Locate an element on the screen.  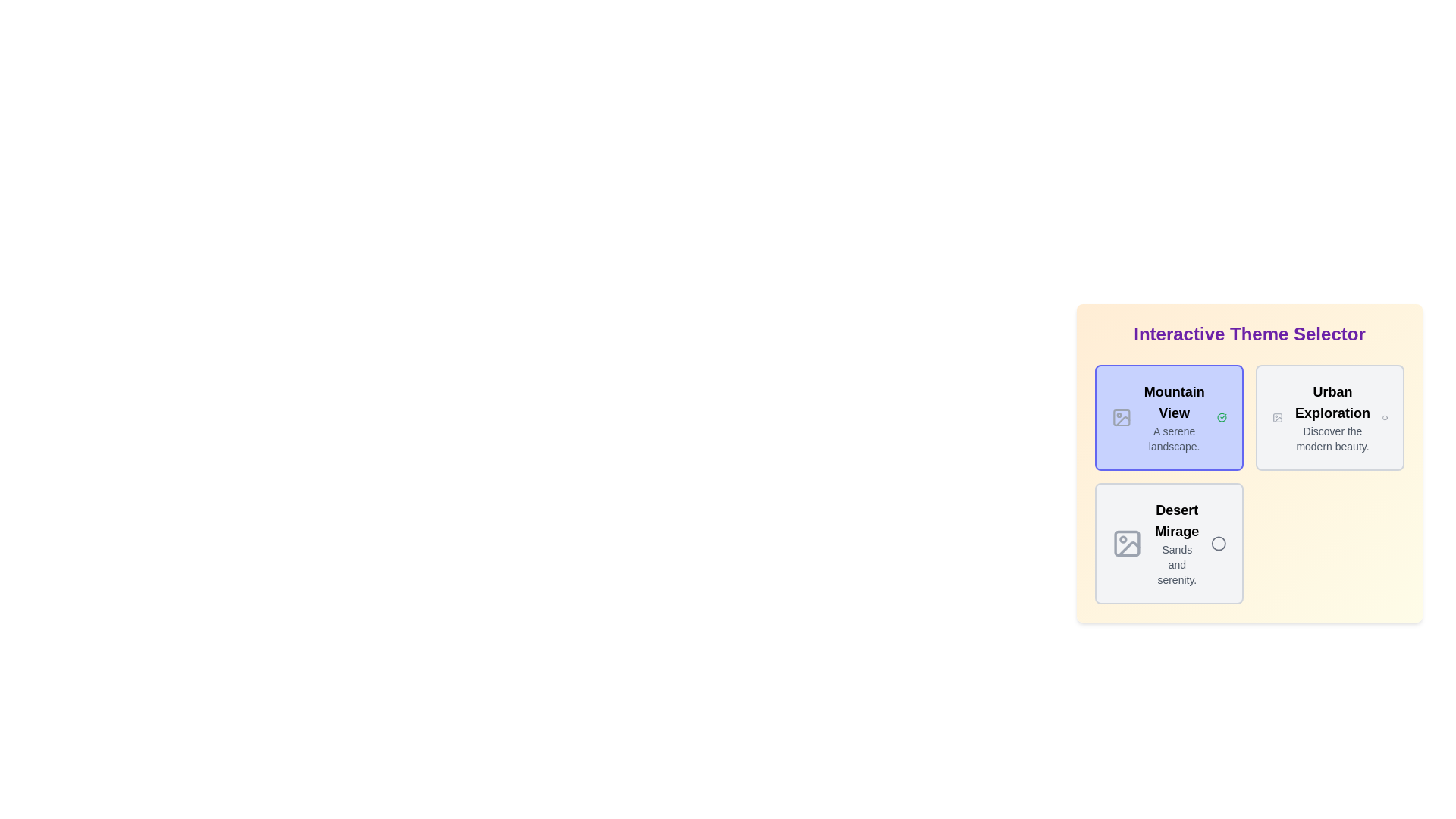
the chip labeled Desert Mirage is located at coordinates (1168, 543).